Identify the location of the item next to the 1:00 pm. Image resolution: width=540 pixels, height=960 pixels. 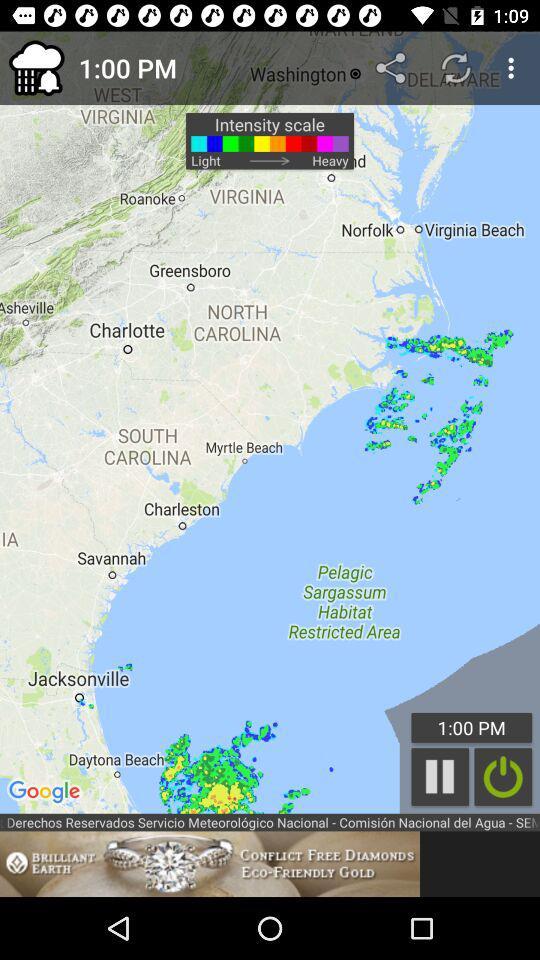
(36, 68).